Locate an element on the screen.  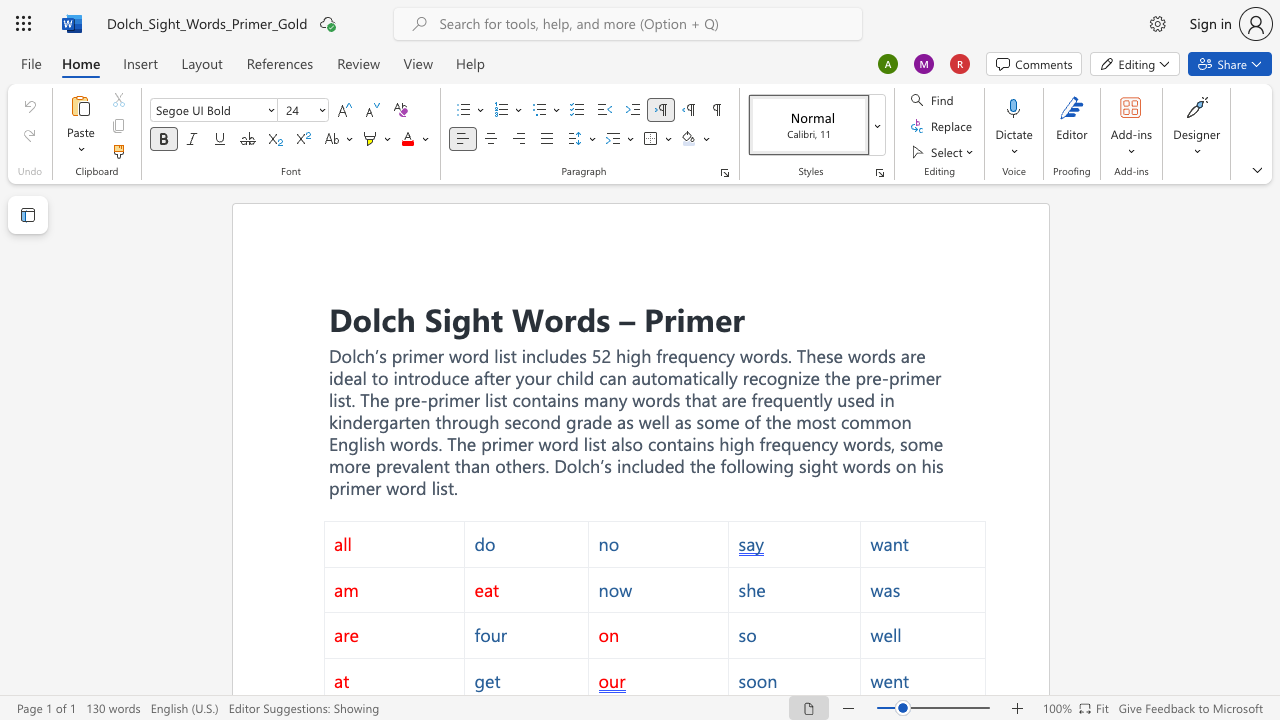
the 7th character "c" in the text is located at coordinates (707, 378).